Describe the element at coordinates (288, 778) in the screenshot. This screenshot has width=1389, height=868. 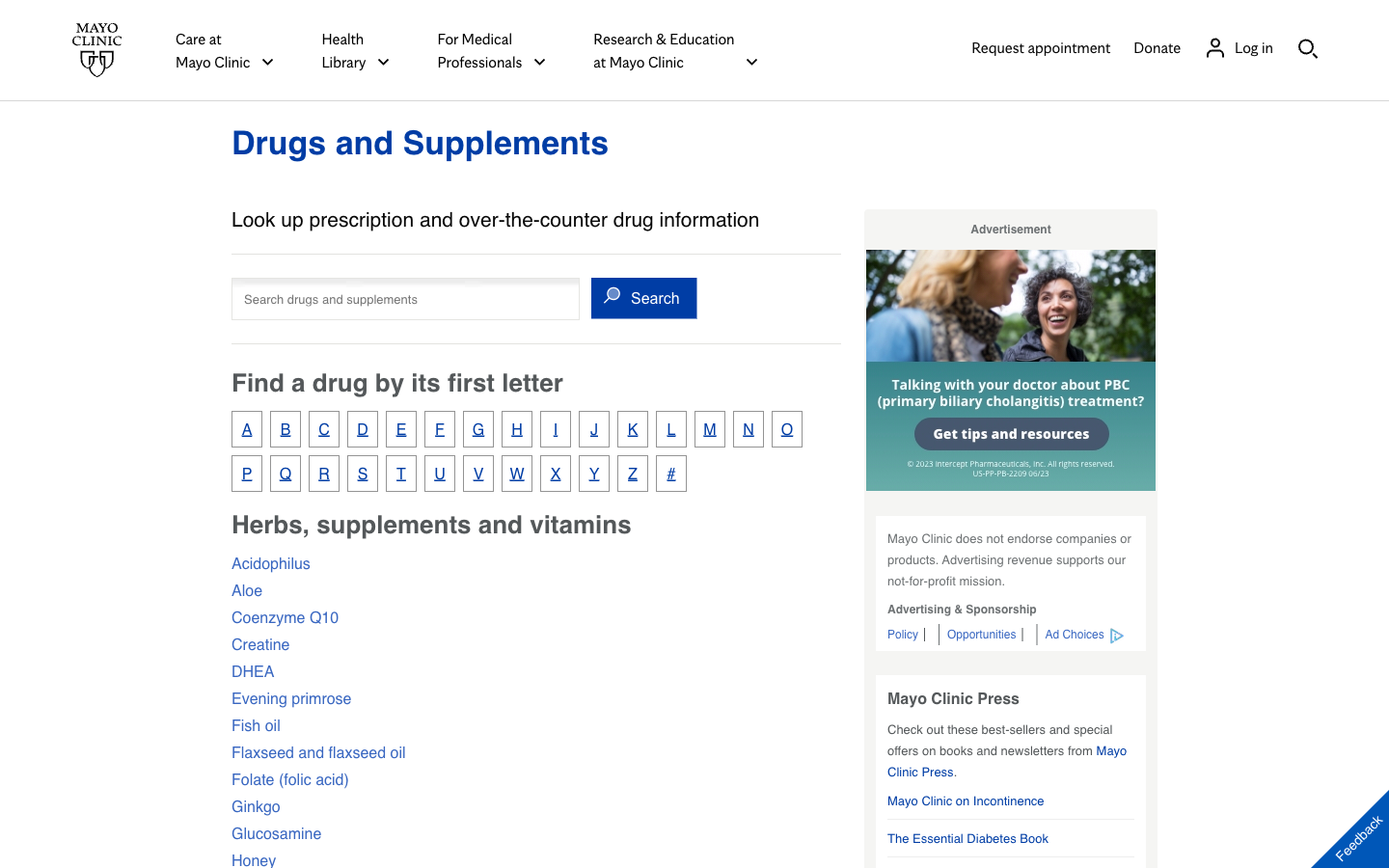
I see `Determine the role of folic acid in the body` at that location.